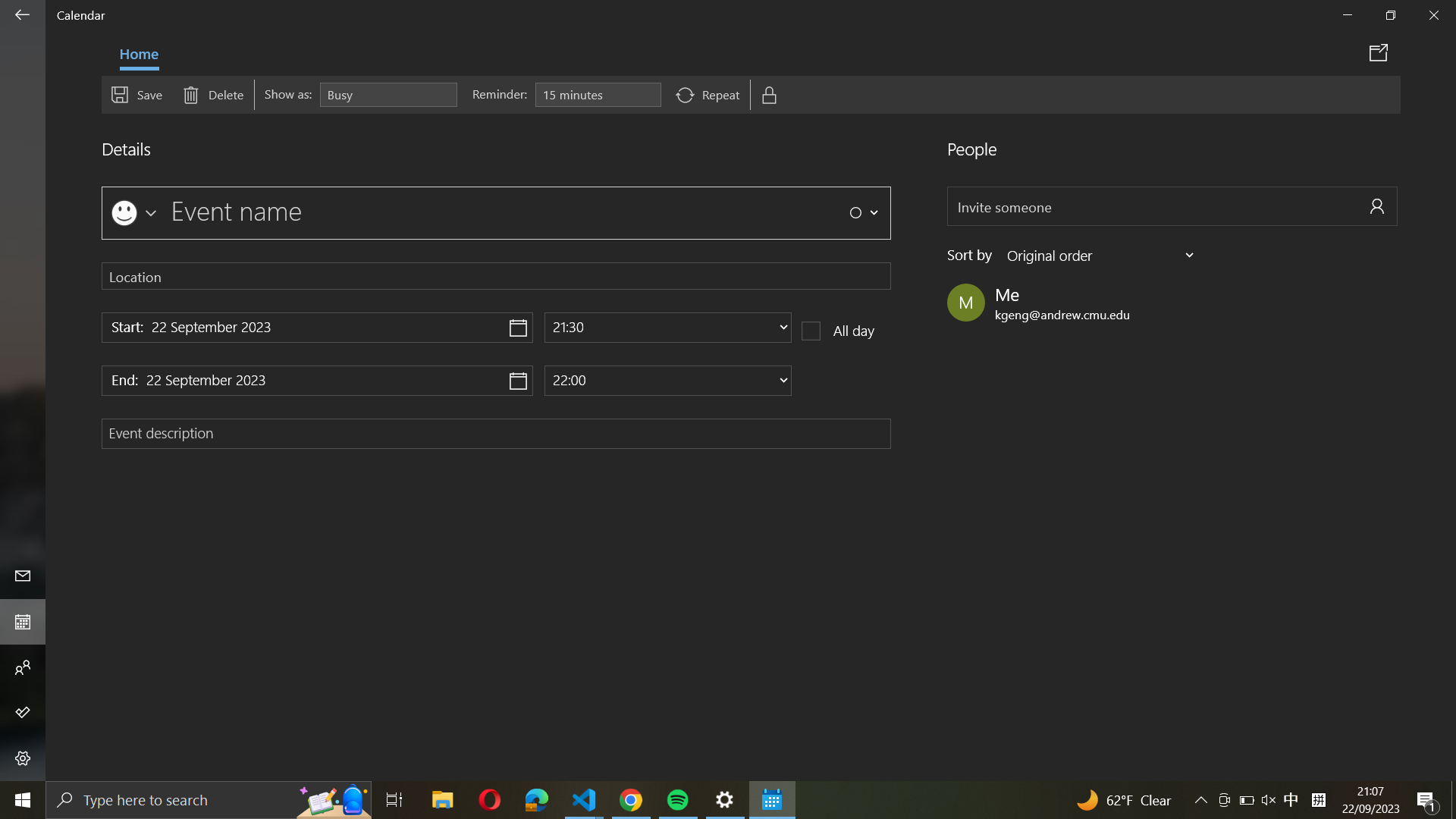 Image resolution: width=1456 pixels, height=819 pixels. I want to click on the option to finalize event date, so click(315, 378).